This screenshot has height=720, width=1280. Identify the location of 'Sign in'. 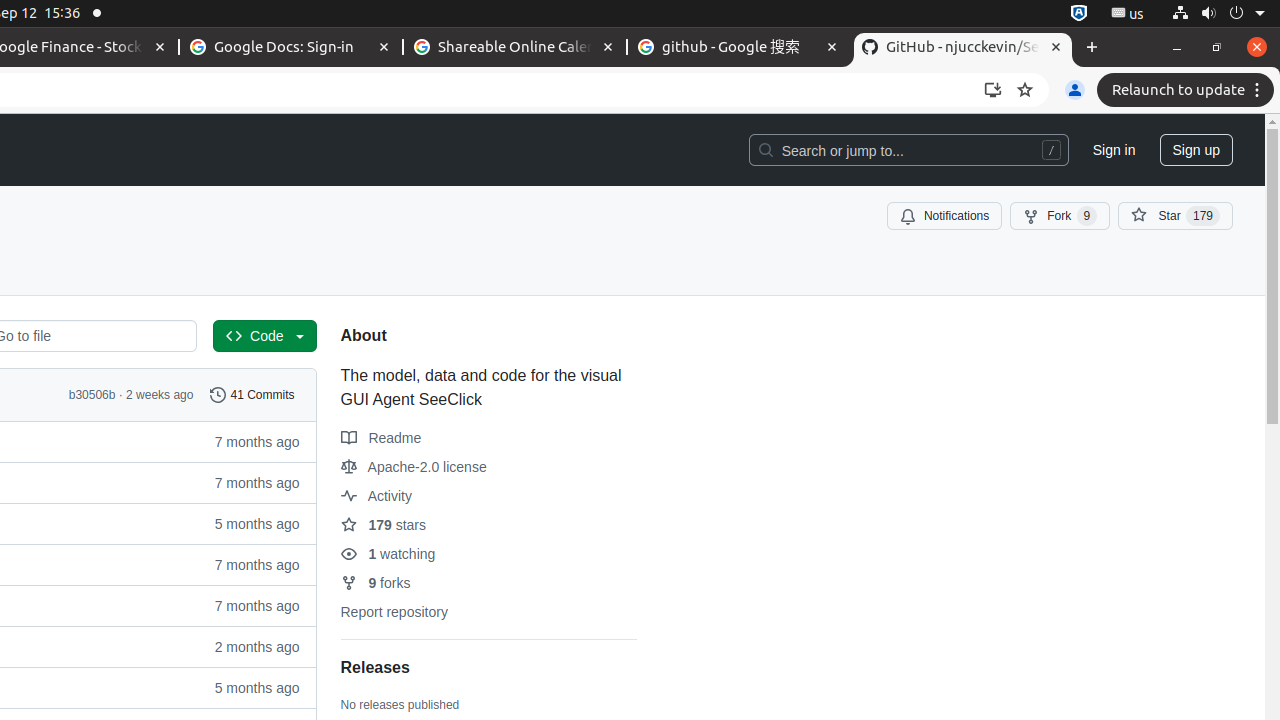
(1112, 148).